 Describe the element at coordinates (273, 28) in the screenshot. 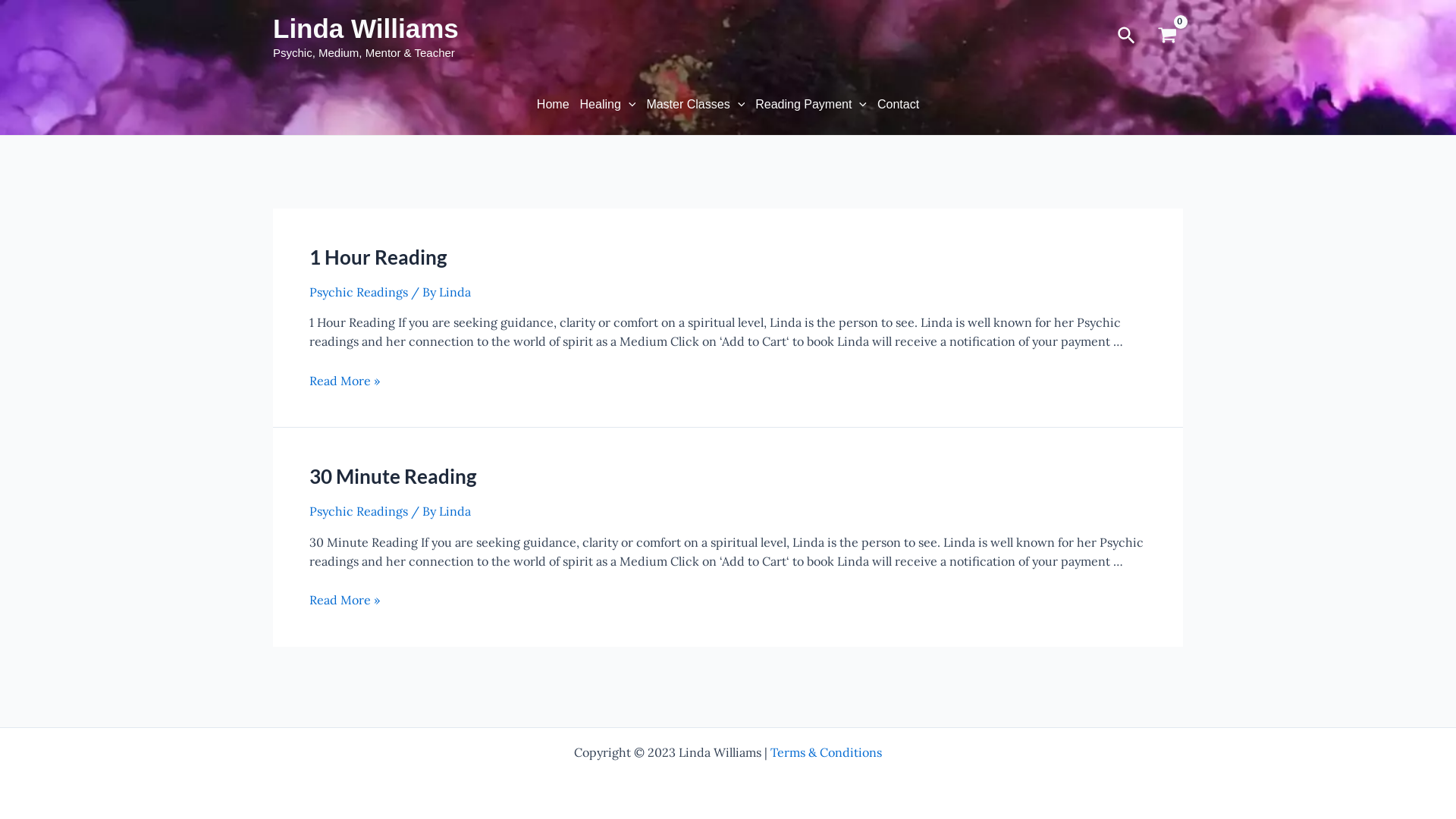

I see `'Linda Williams'` at that location.